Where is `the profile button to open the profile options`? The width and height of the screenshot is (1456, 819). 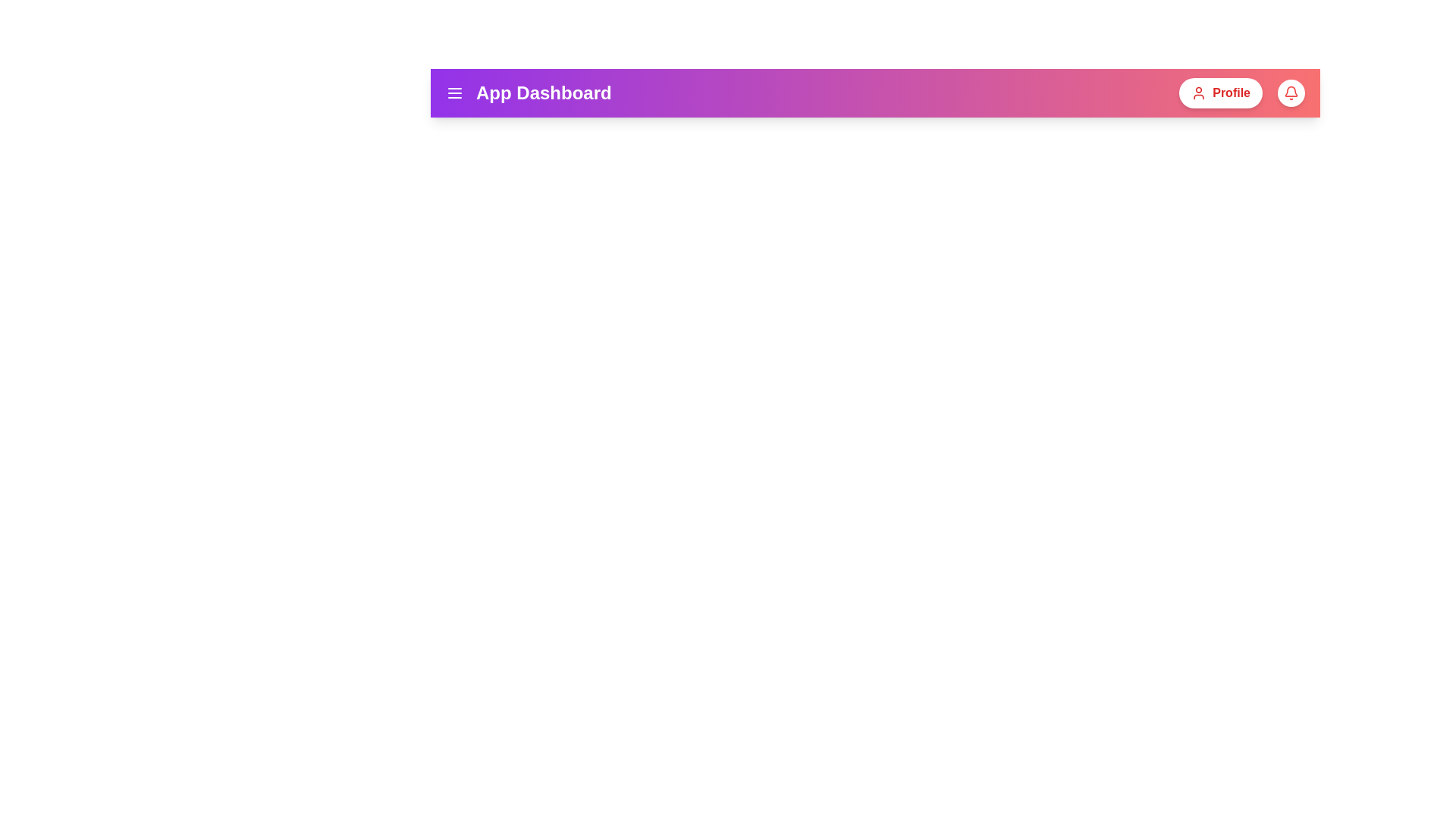
the profile button to open the profile options is located at coordinates (1220, 93).